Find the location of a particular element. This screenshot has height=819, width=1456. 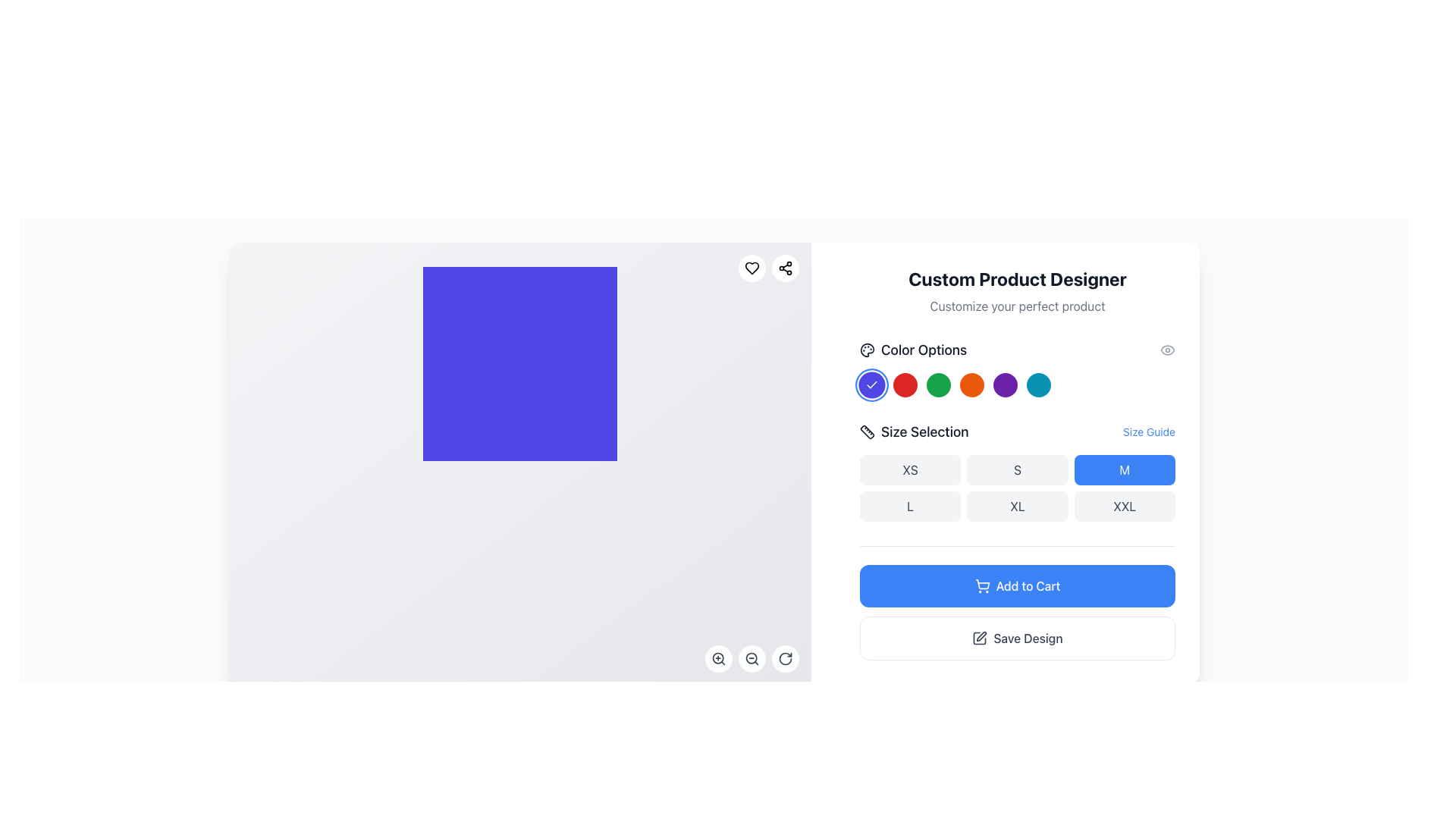

keyboard navigation is located at coordinates (752, 657).